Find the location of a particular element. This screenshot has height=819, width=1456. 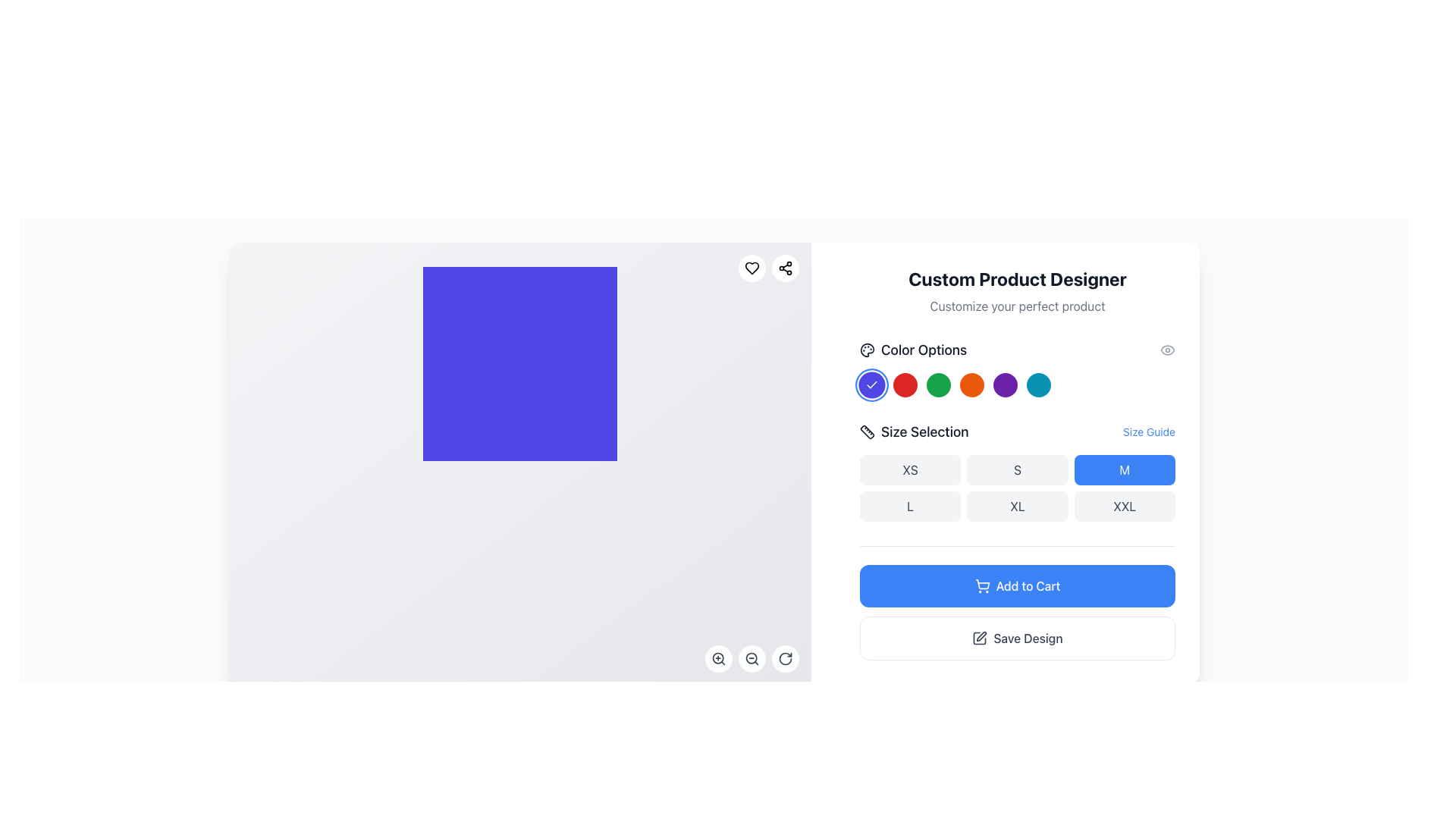

keyboard navigation is located at coordinates (752, 657).